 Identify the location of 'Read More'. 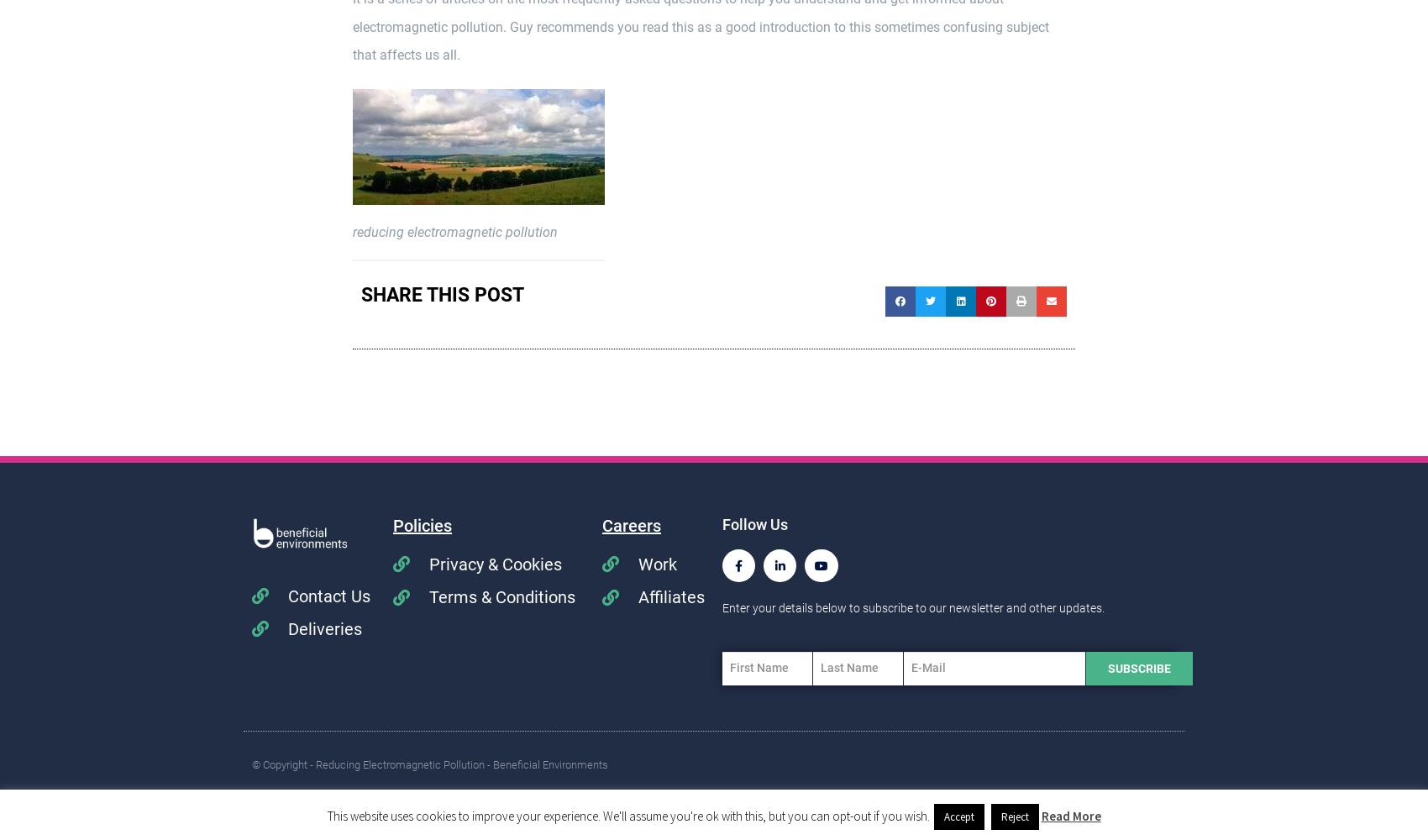
(1069, 815).